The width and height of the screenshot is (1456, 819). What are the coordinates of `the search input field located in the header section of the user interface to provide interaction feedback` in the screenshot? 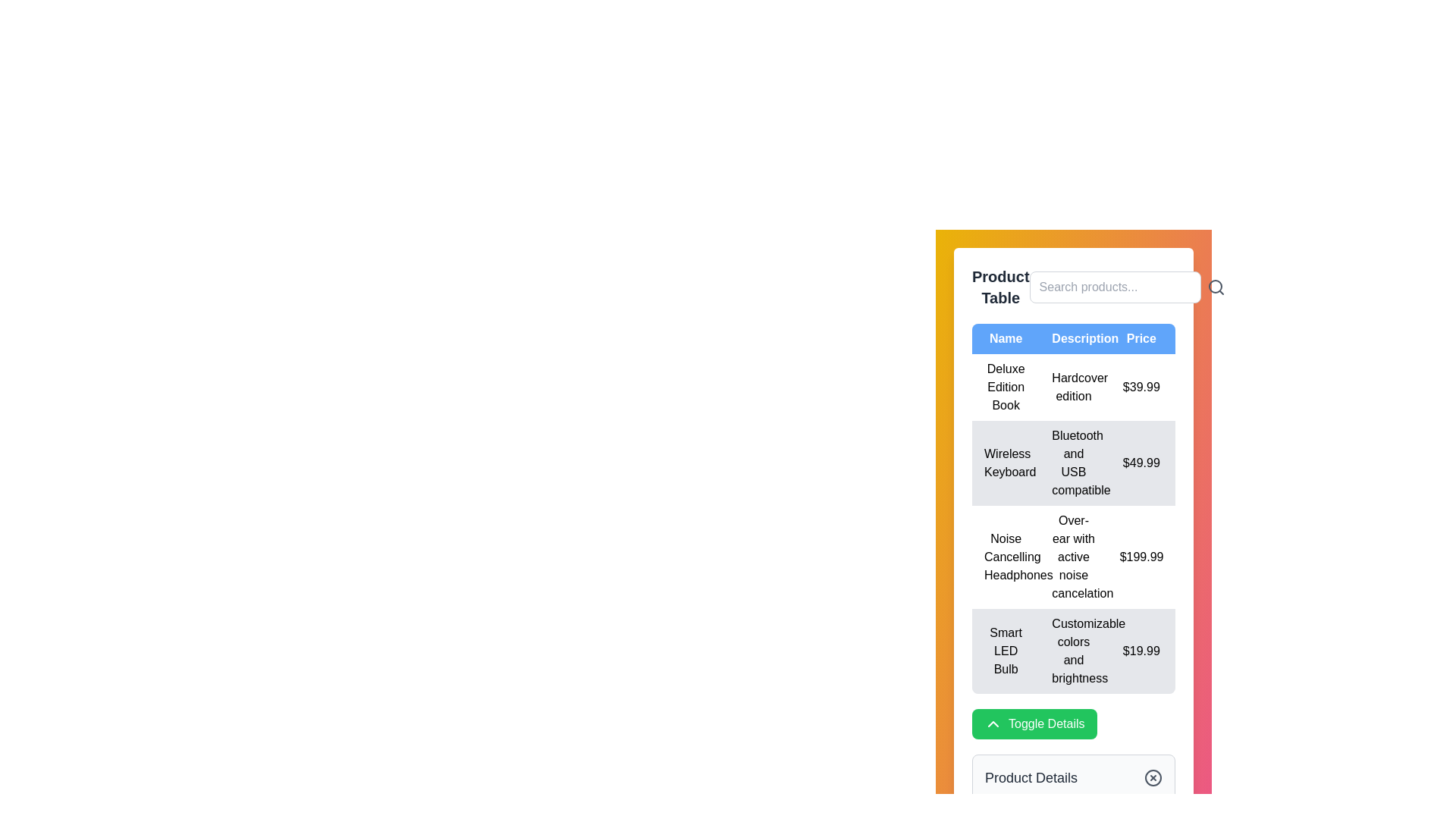 It's located at (1115, 287).